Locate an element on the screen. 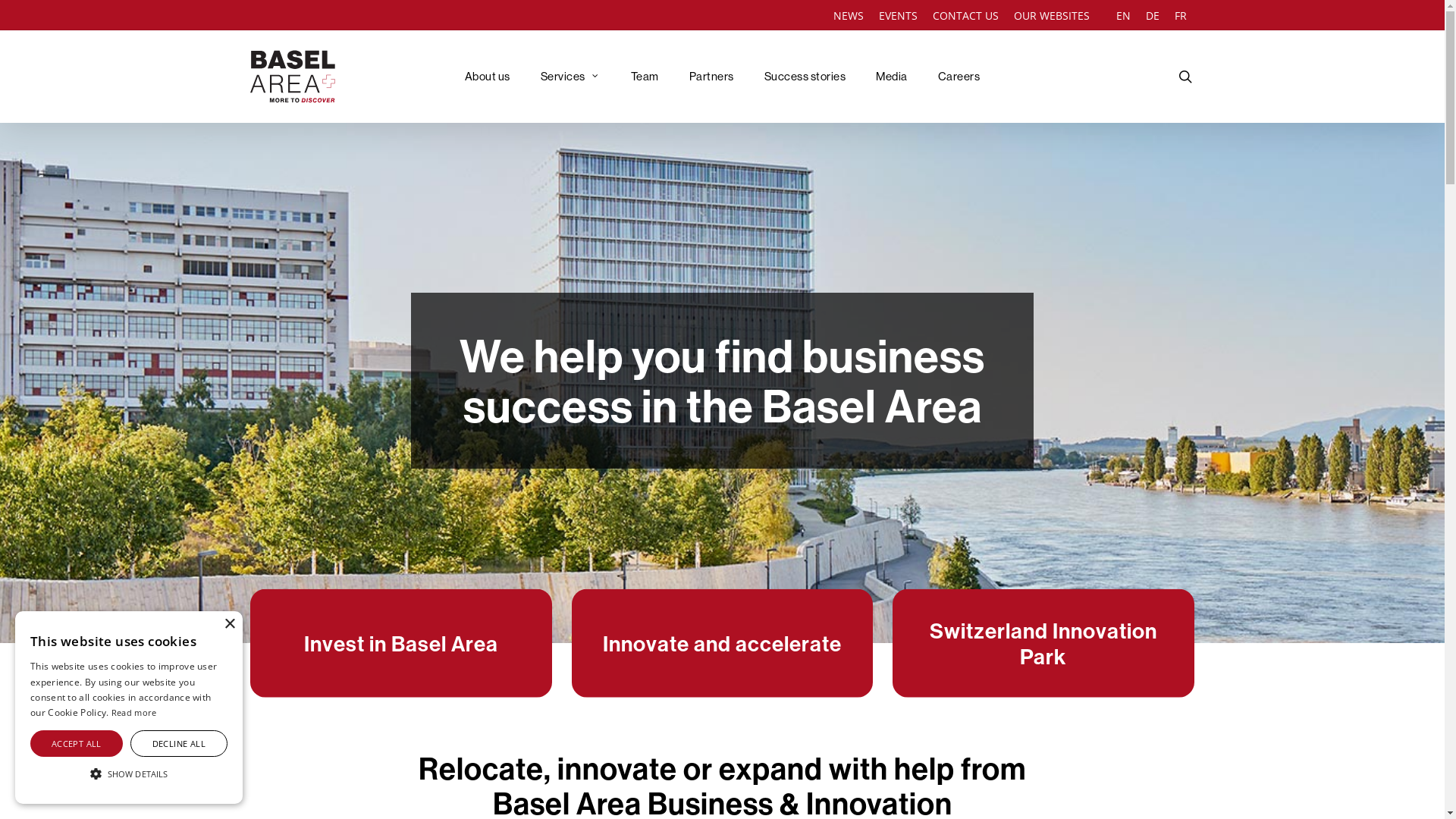 The image size is (1456, 819). 'CONTACT US' is located at coordinates (965, 15).